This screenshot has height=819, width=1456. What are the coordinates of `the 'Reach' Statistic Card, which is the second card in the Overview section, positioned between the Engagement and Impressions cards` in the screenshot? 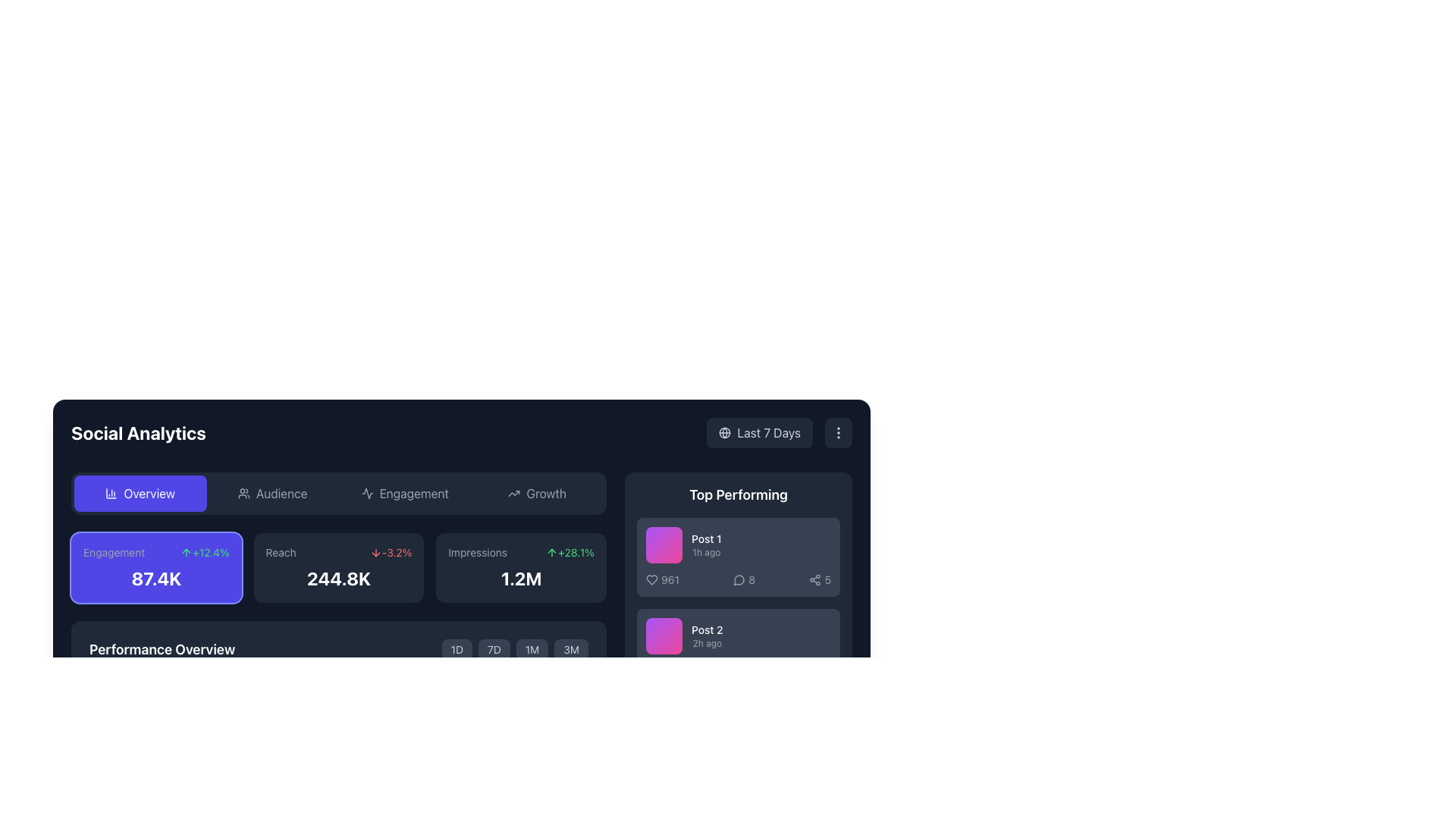 It's located at (337, 567).